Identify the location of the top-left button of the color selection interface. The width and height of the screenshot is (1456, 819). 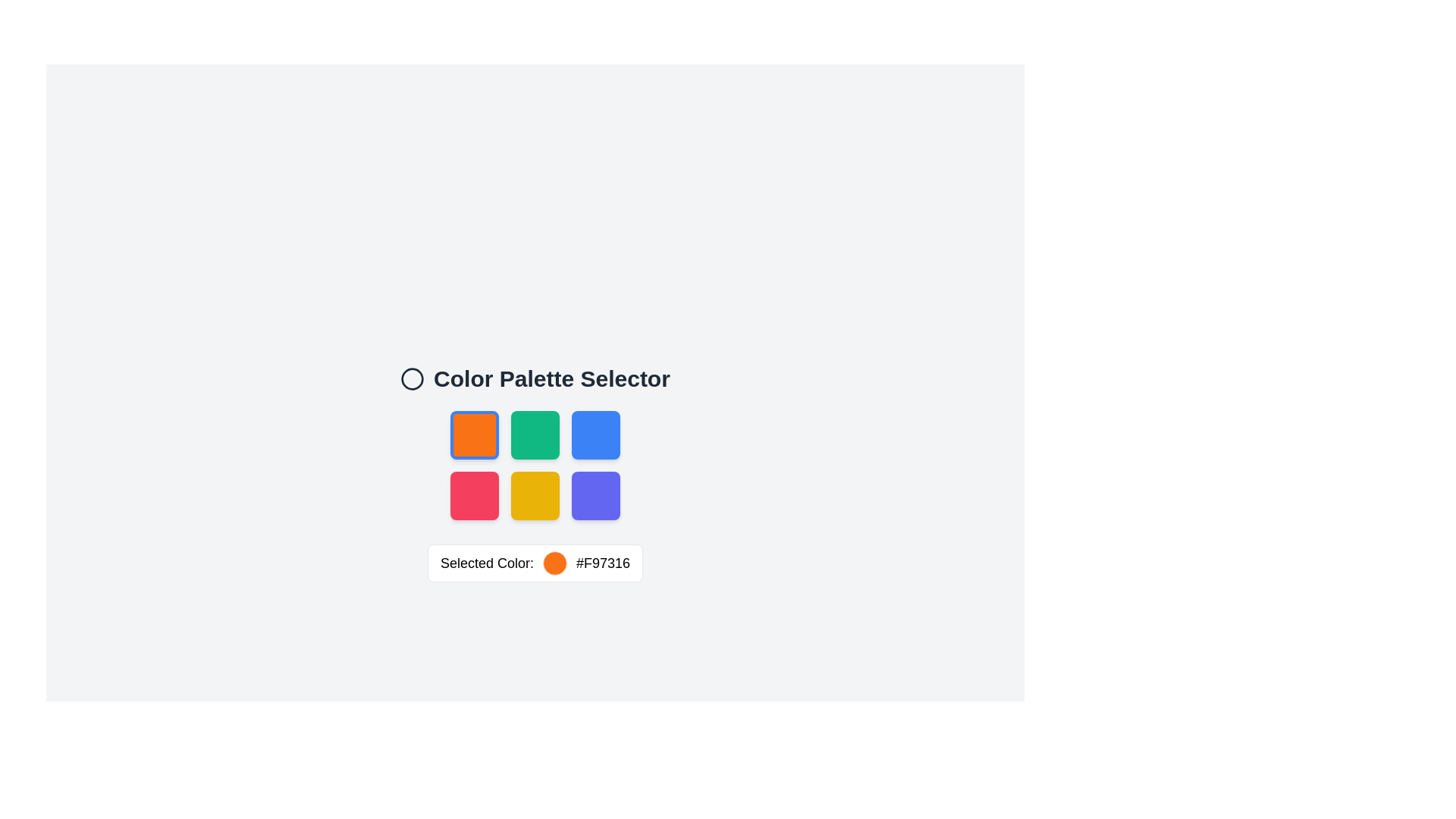
(473, 435).